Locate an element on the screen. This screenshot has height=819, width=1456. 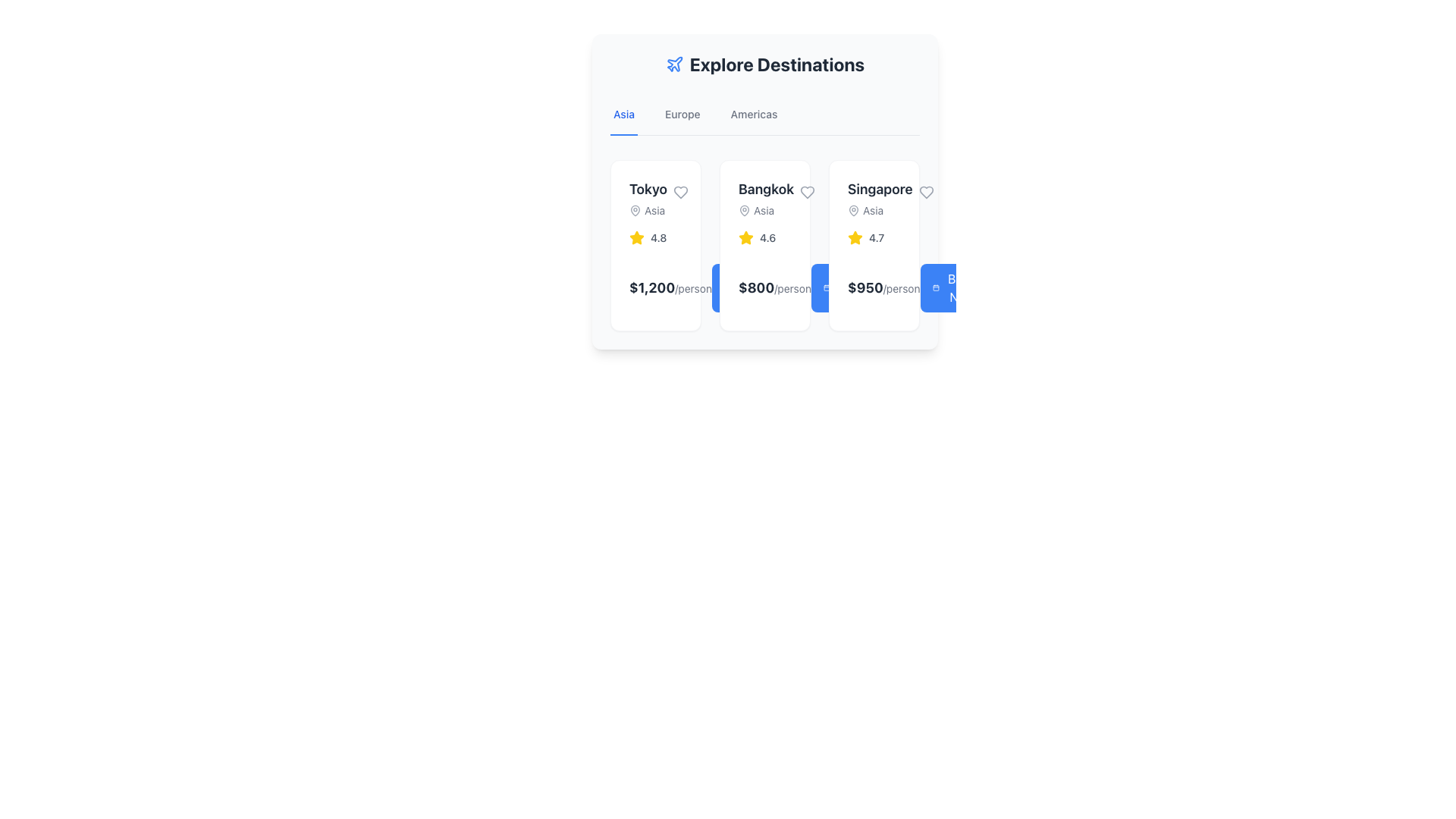
the Travel destination card displaying information about a travel destination, located in the 'Explore Destinations' section is located at coordinates (764, 245).